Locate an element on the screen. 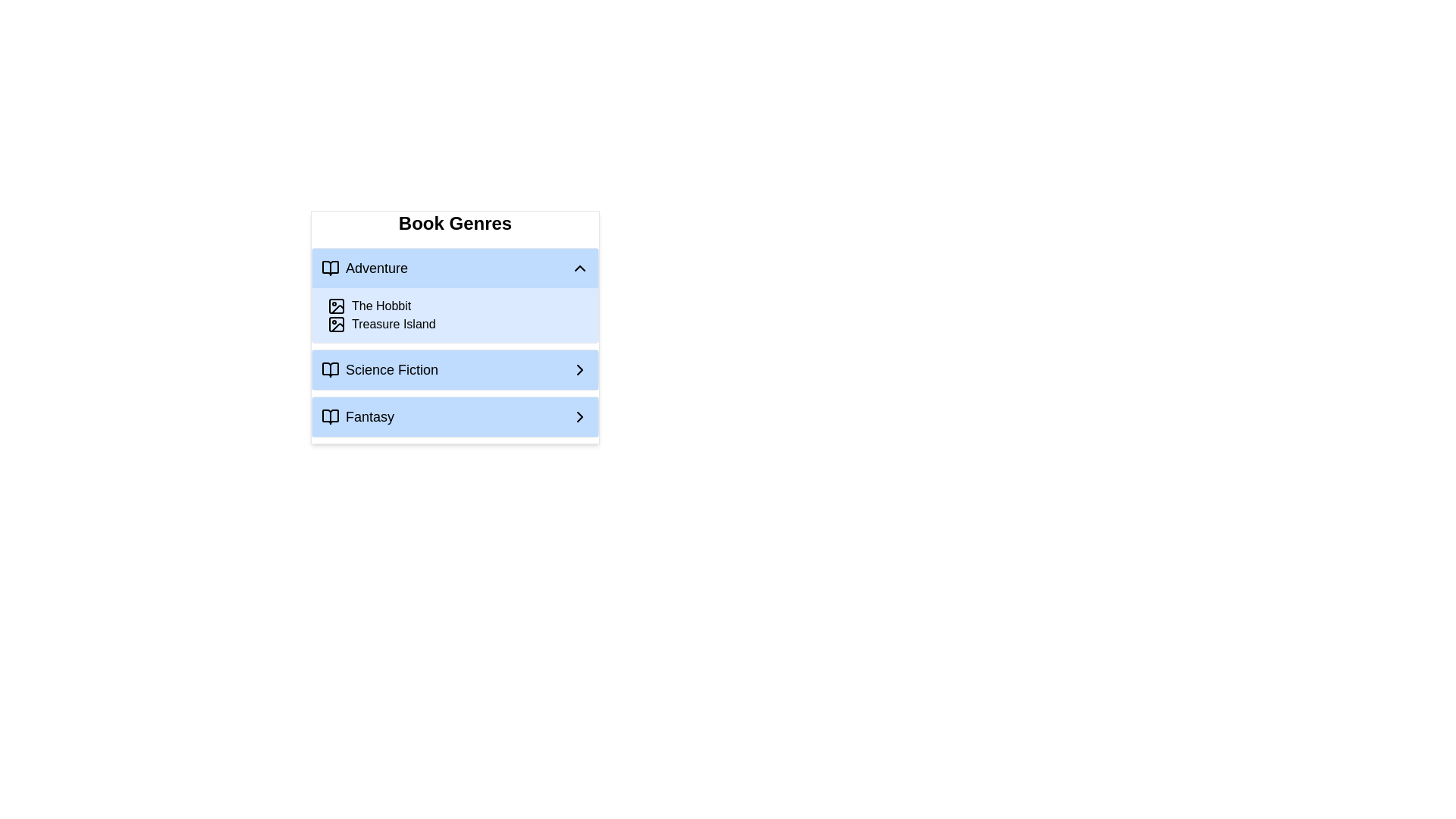  the book title in the categorical menu is located at coordinates (454, 327).